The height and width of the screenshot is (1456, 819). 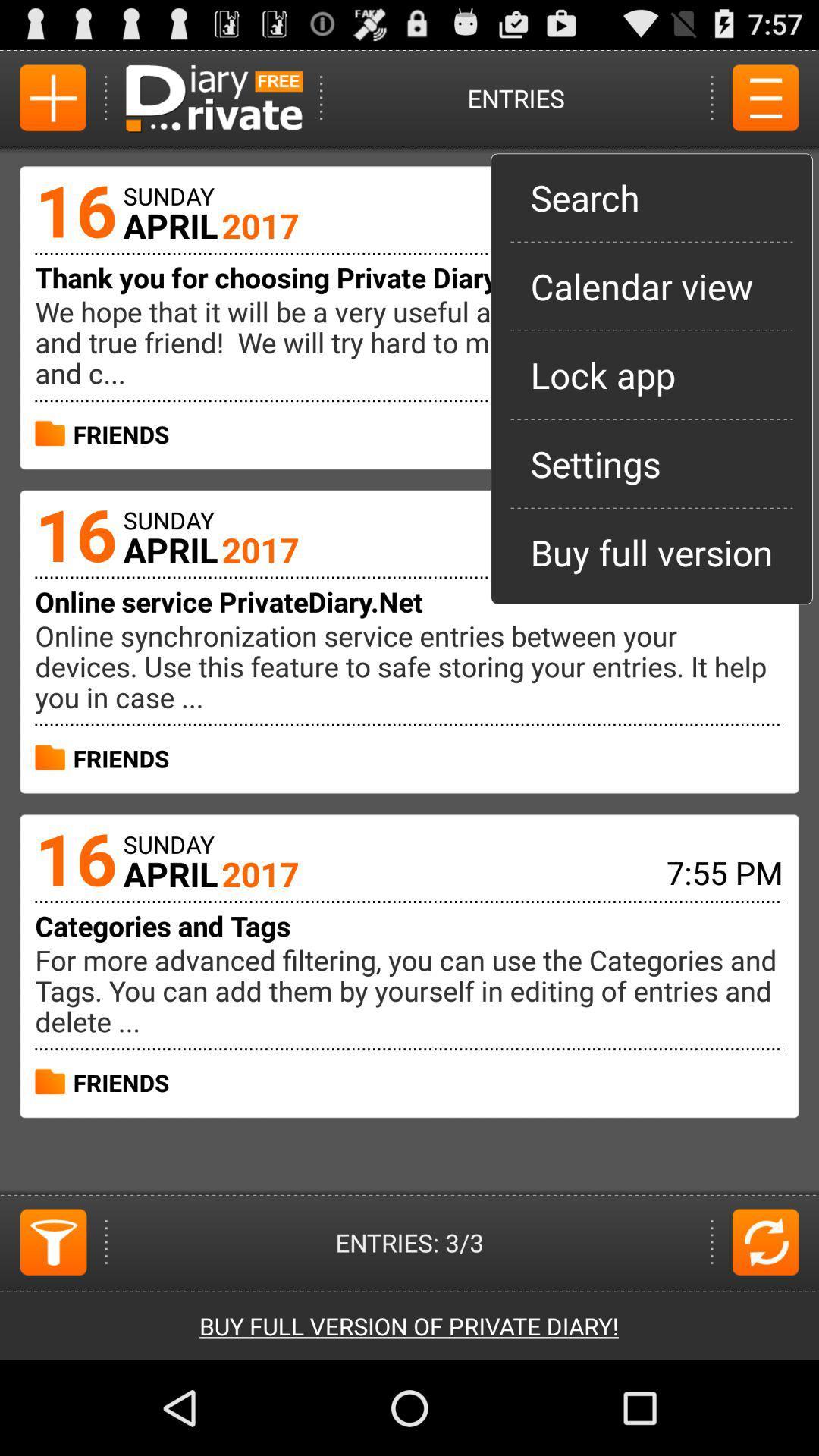 I want to click on the refresh icon, so click(x=765, y=1329).